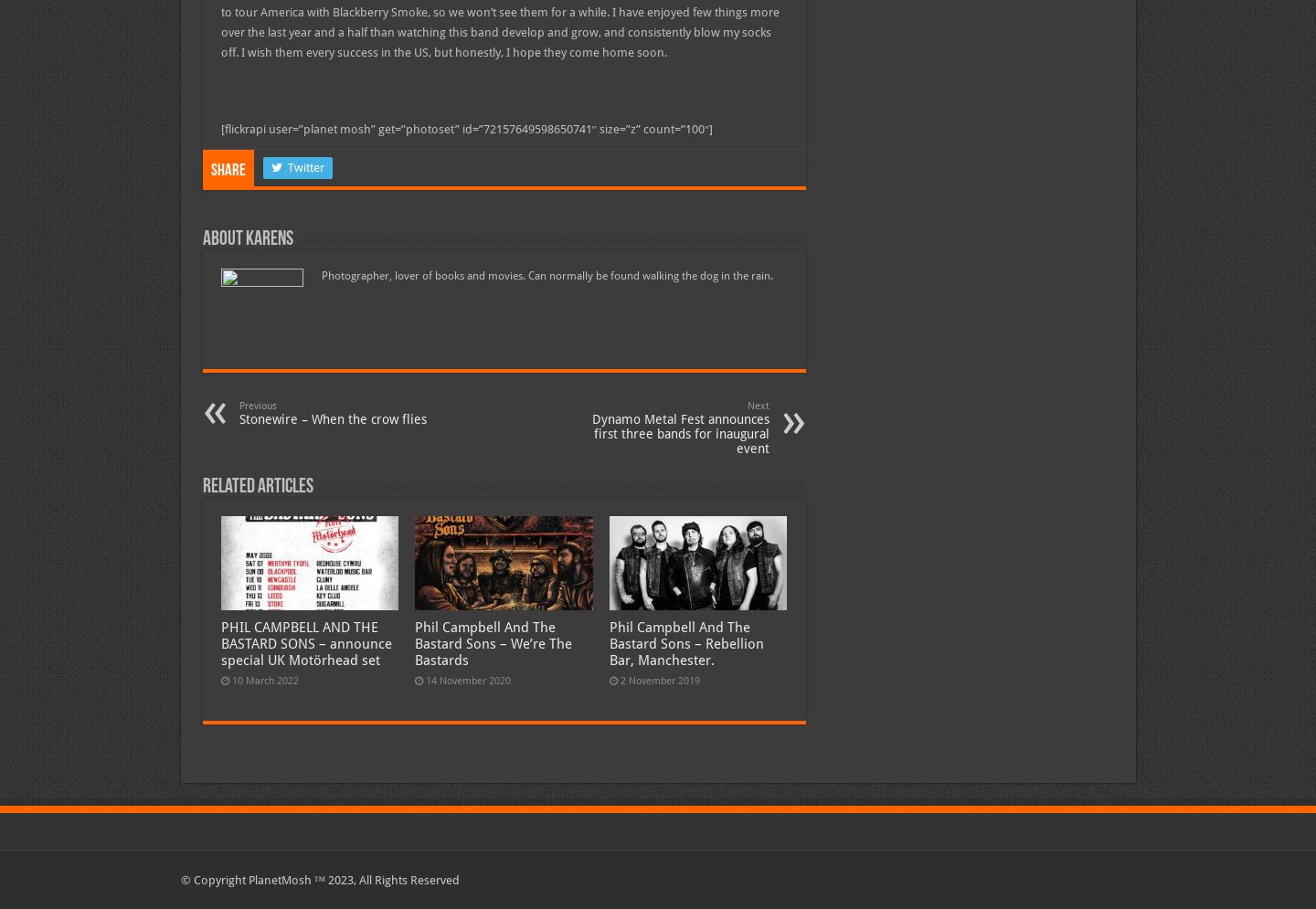 Image resolution: width=1316 pixels, height=909 pixels. What do you see at coordinates (305, 643) in the screenshot?
I see `'PHIL CAMPBELL AND THE BASTARD SONS – announce special UK Motörhead set'` at bounding box center [305, 643].